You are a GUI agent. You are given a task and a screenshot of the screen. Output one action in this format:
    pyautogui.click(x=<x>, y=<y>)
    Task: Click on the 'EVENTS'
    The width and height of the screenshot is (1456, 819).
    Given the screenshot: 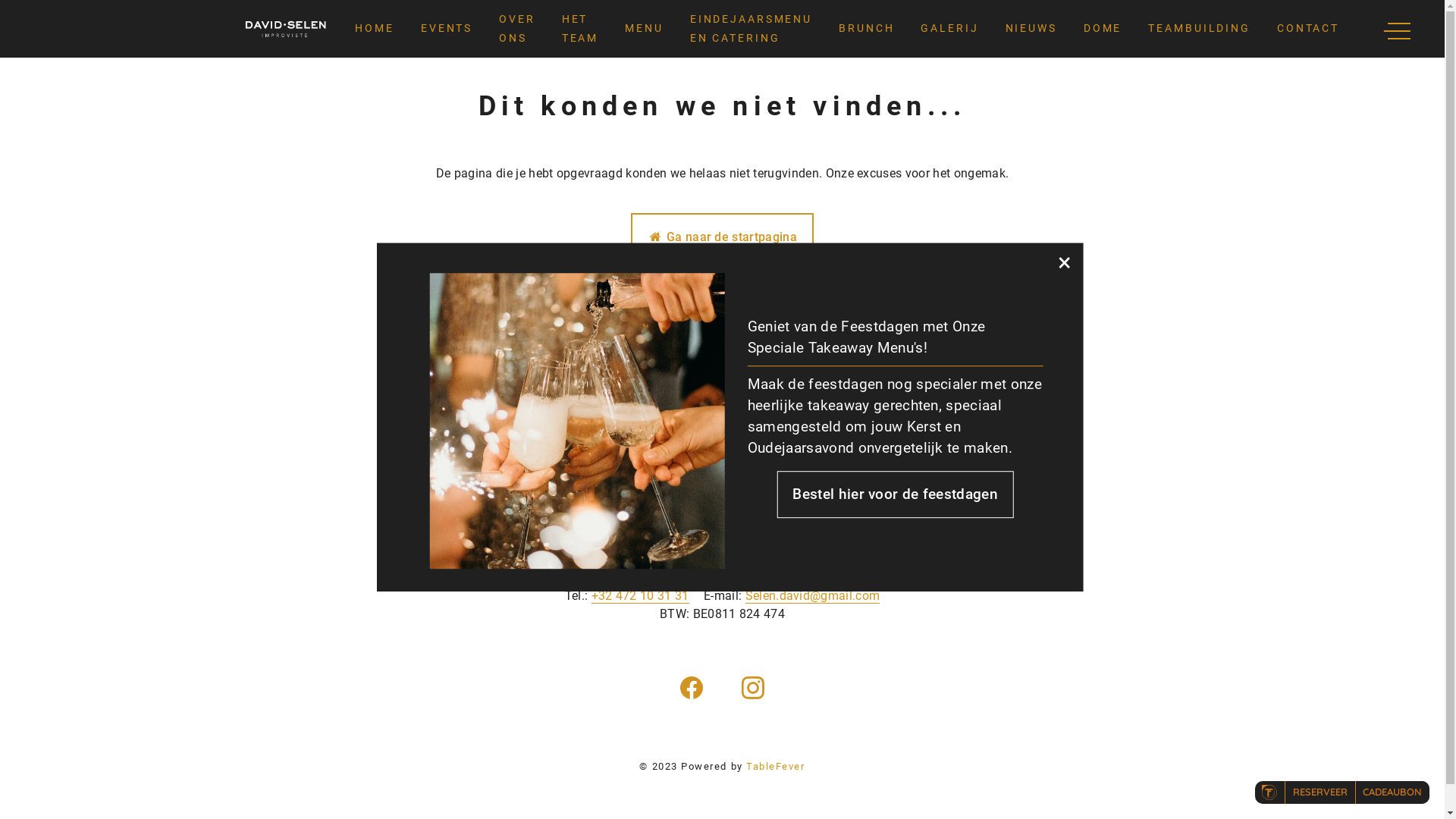 What is the action you would take?
    pyautogui.click(x=446, y=29)
    